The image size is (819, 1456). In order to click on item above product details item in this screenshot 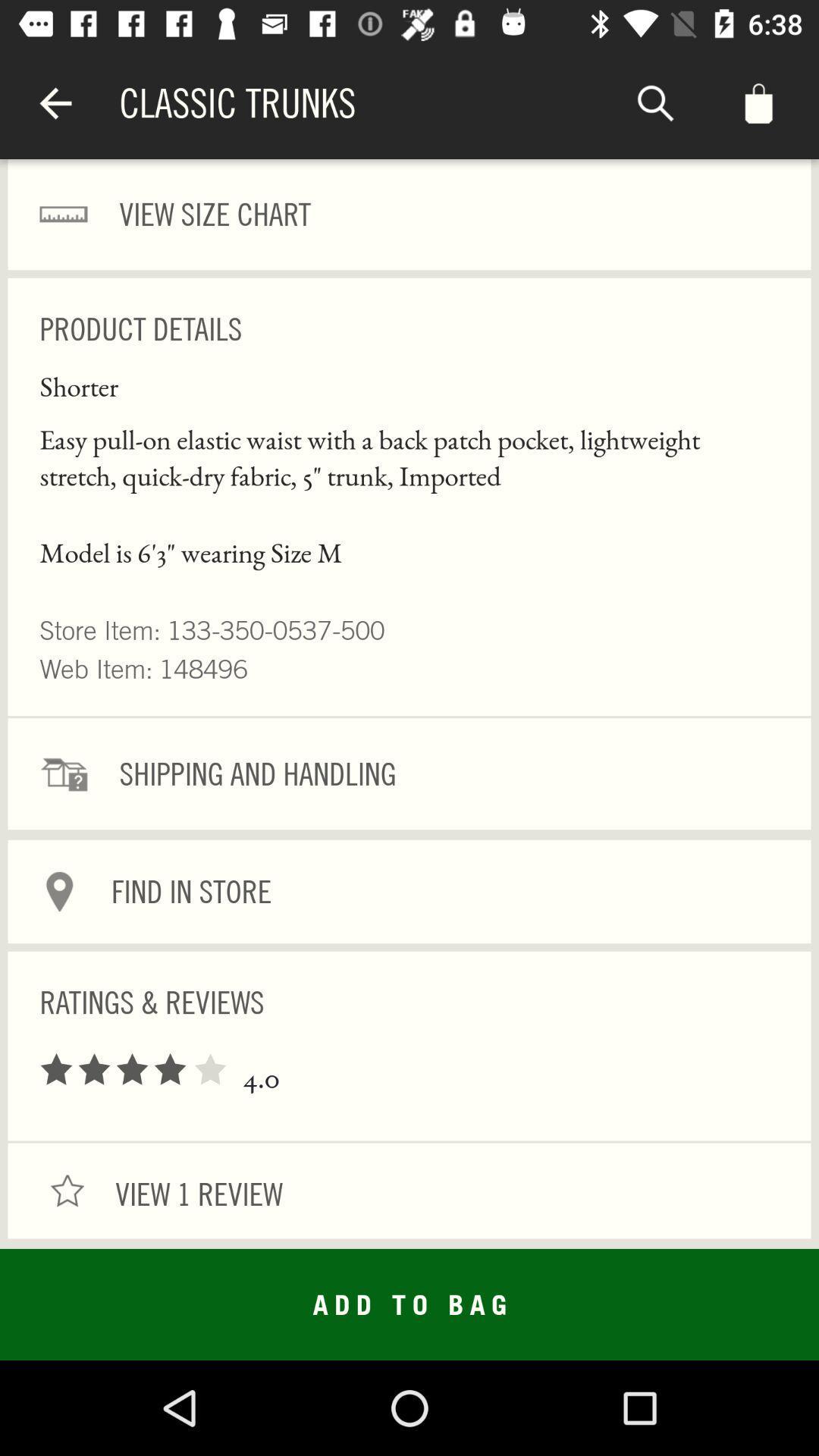, I will do `click(409, 214)`.